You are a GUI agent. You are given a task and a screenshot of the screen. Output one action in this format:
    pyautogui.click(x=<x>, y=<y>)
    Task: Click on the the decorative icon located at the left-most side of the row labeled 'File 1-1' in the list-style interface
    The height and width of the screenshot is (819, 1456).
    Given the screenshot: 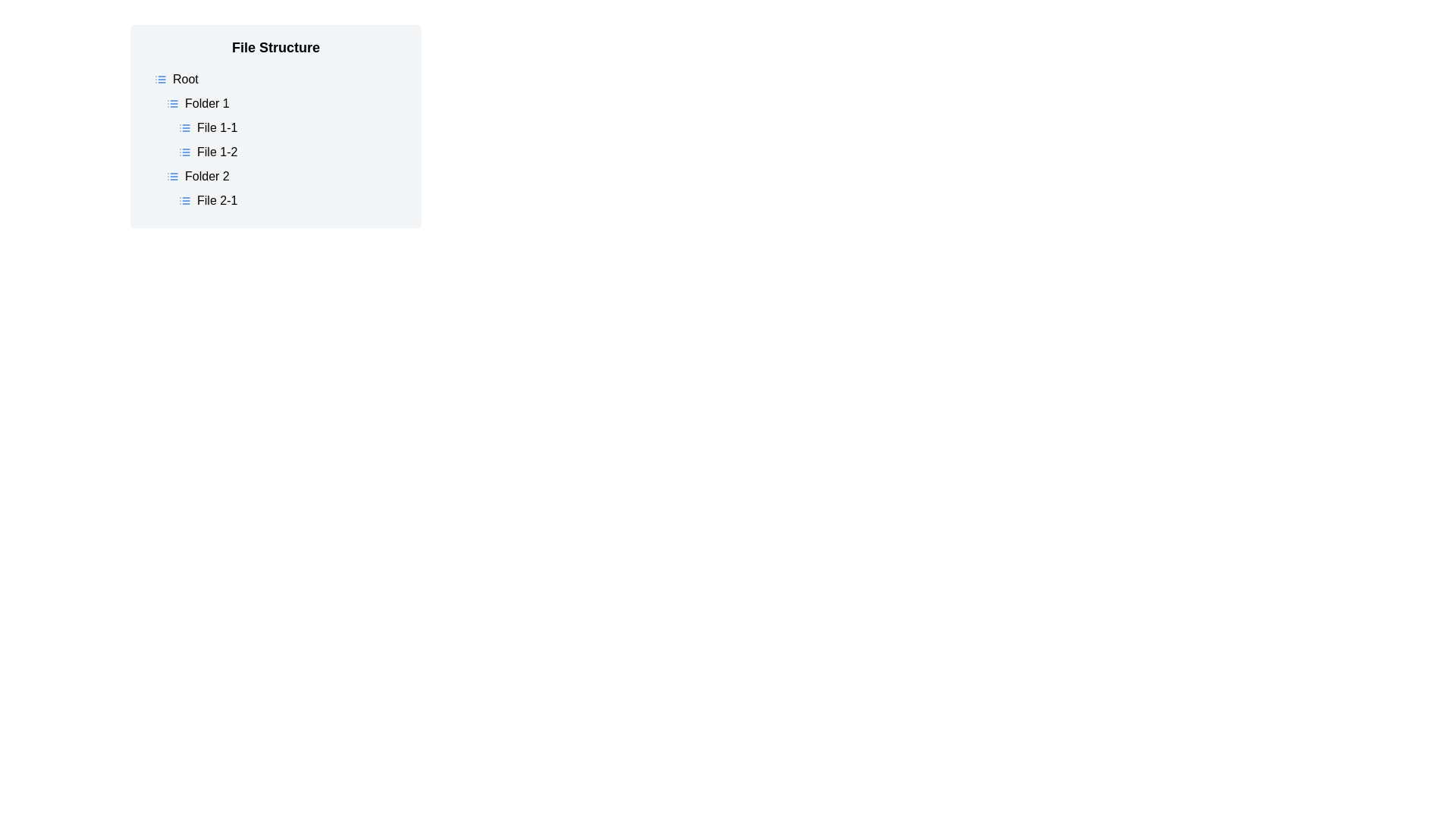 What is the action you would take?
    pyautogui.click(x=184, y=127)
    